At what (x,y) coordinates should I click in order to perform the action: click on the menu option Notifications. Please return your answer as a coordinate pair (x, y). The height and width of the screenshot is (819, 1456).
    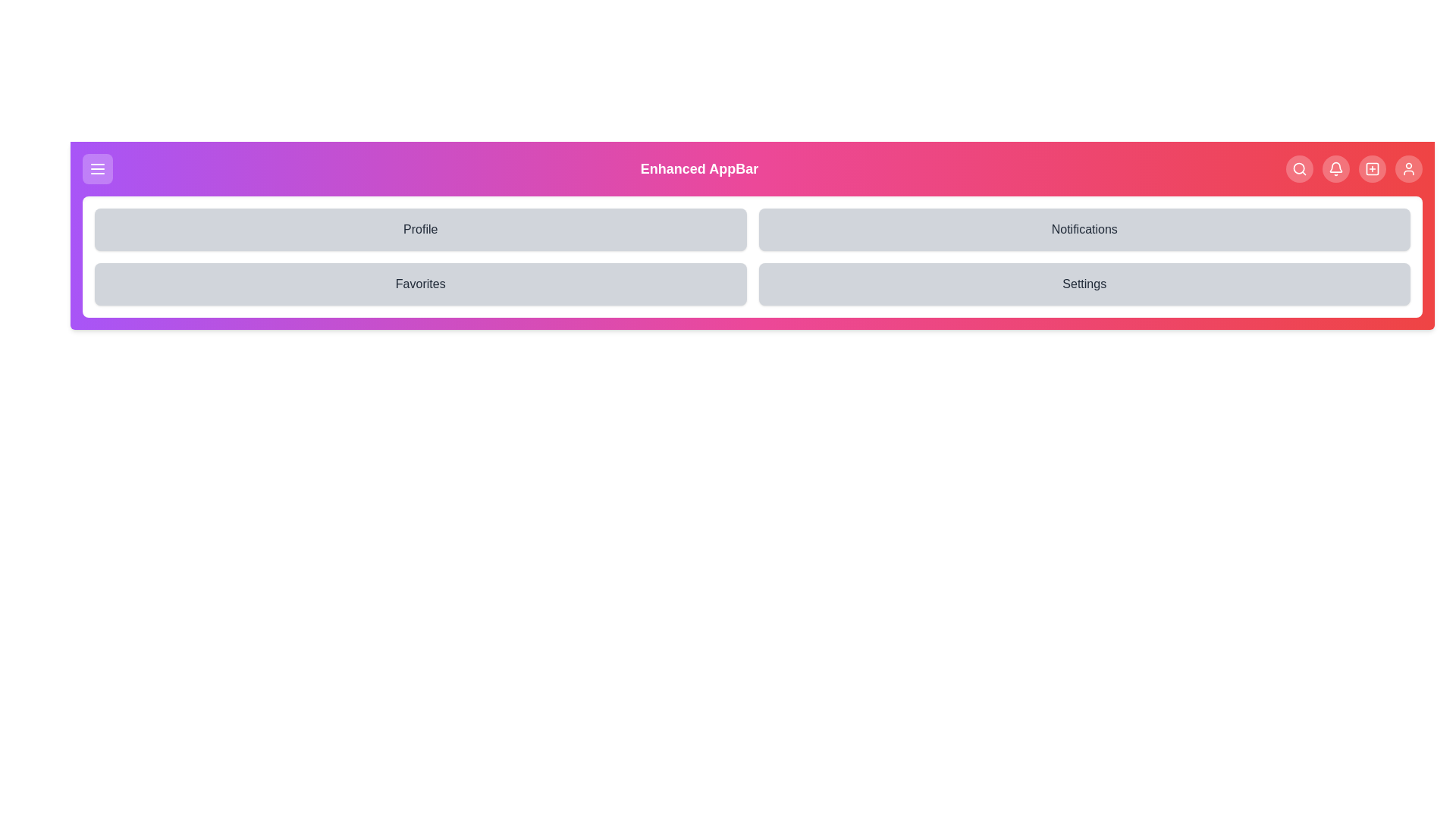
    Looking at the image, I should click on (1084, 230).